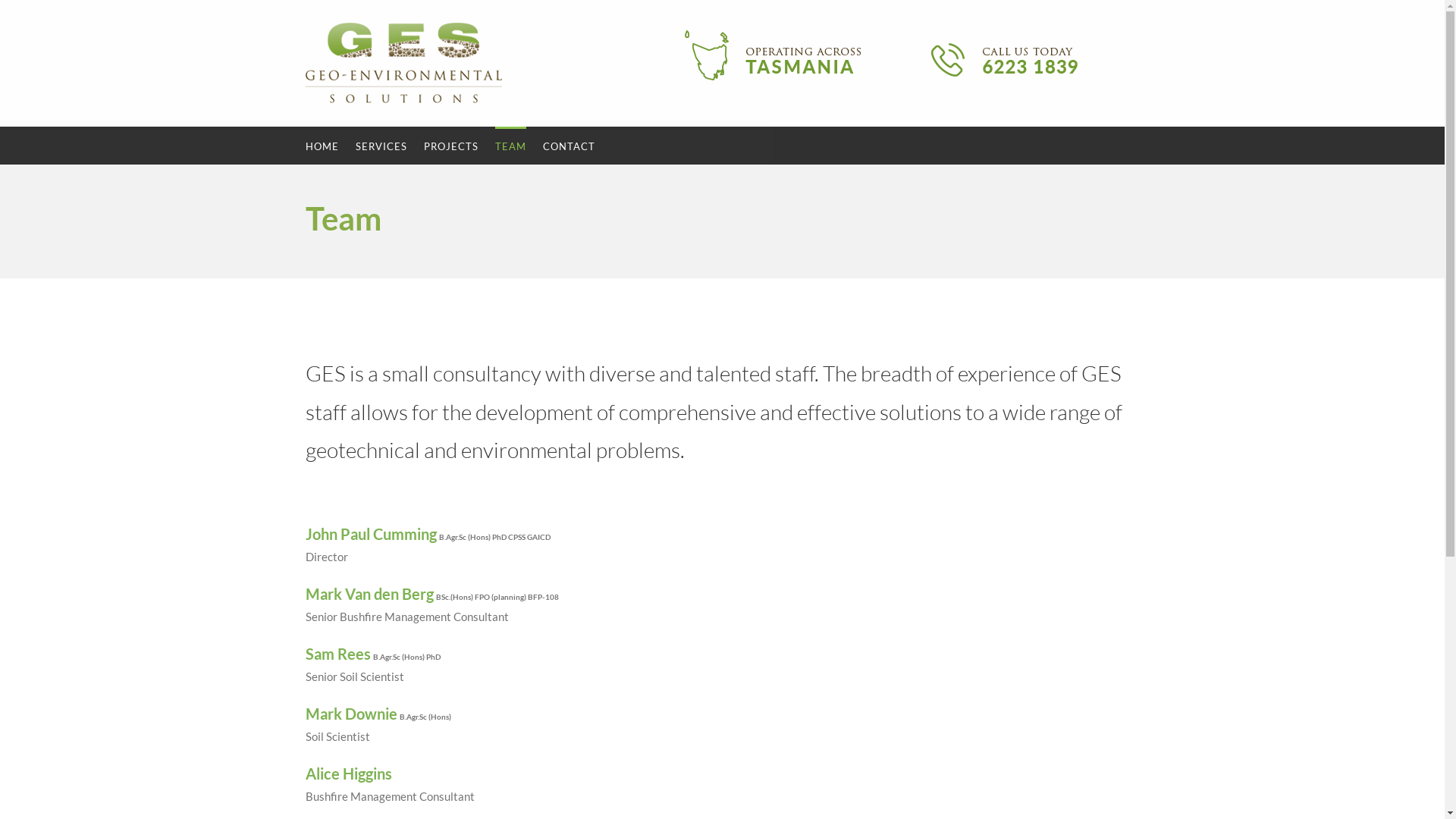 The image size is (1456, 819). Describe the element at coordinates (320, 146) in the screenshot. I see `'HOME'` at that location.